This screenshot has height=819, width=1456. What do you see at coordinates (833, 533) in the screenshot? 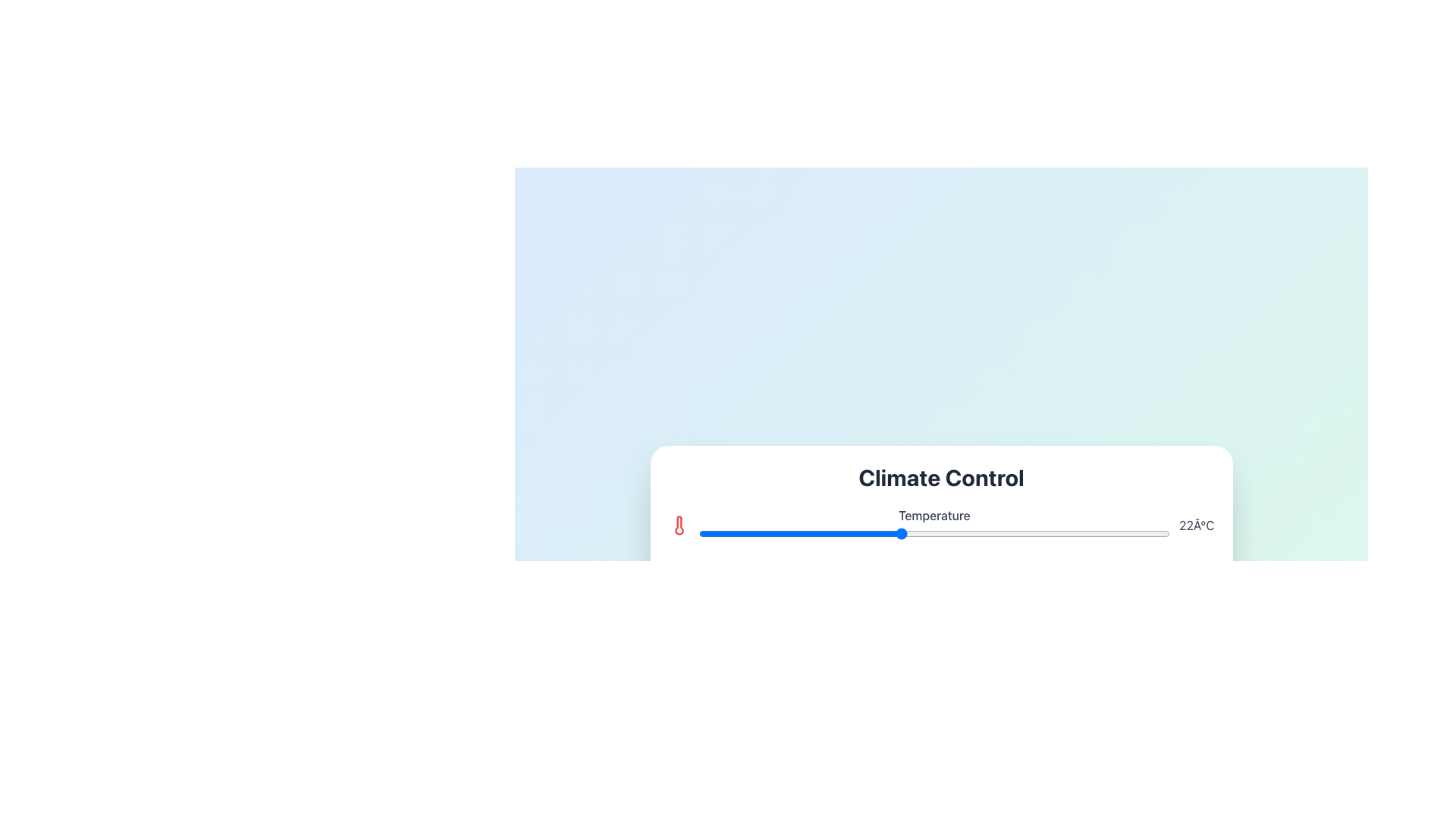
I see `the temperature slider` at bounding box center [833, 533].